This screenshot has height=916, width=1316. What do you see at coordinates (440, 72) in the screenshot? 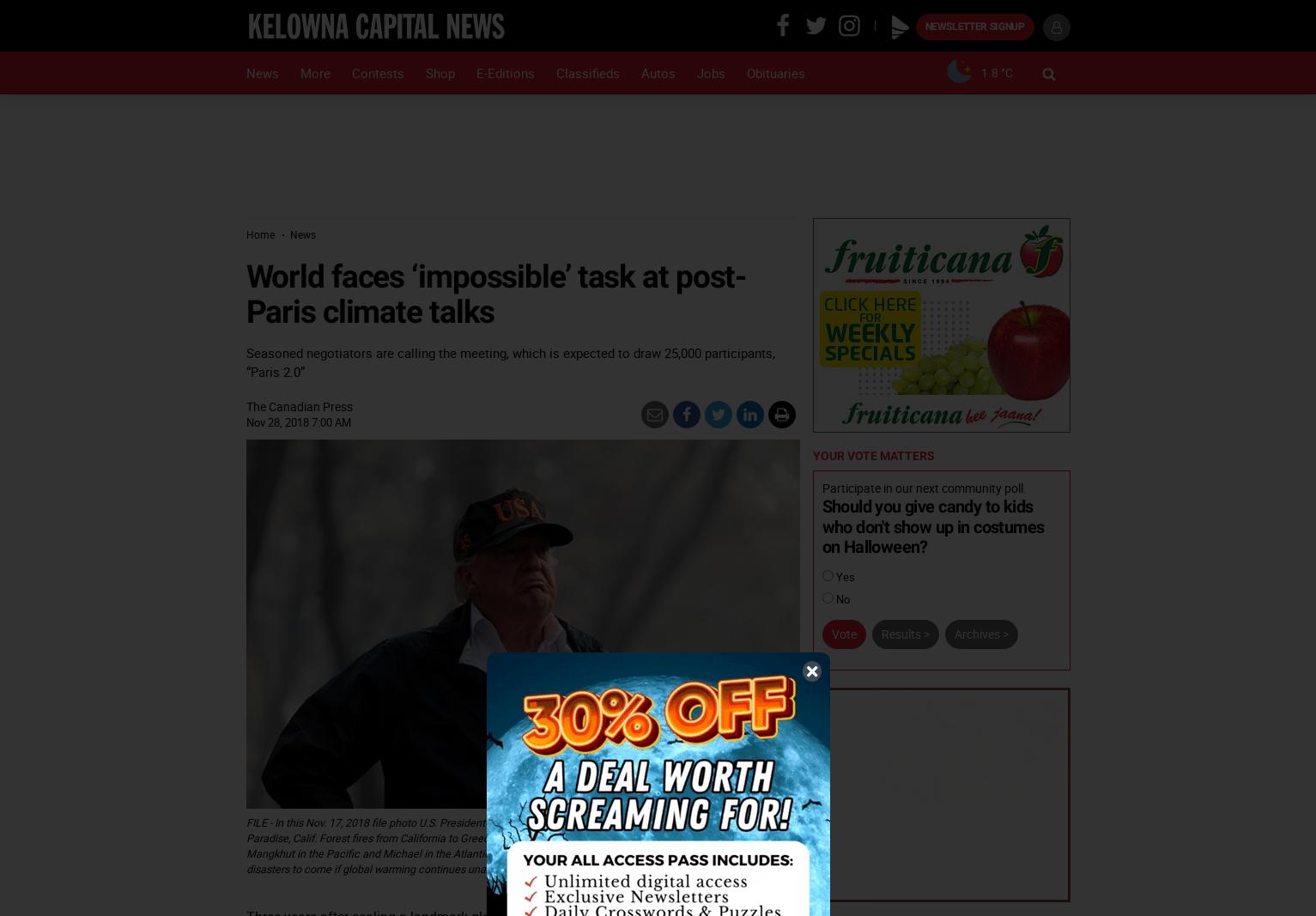
I see `'Shop'` at bounding box center [440, 72].